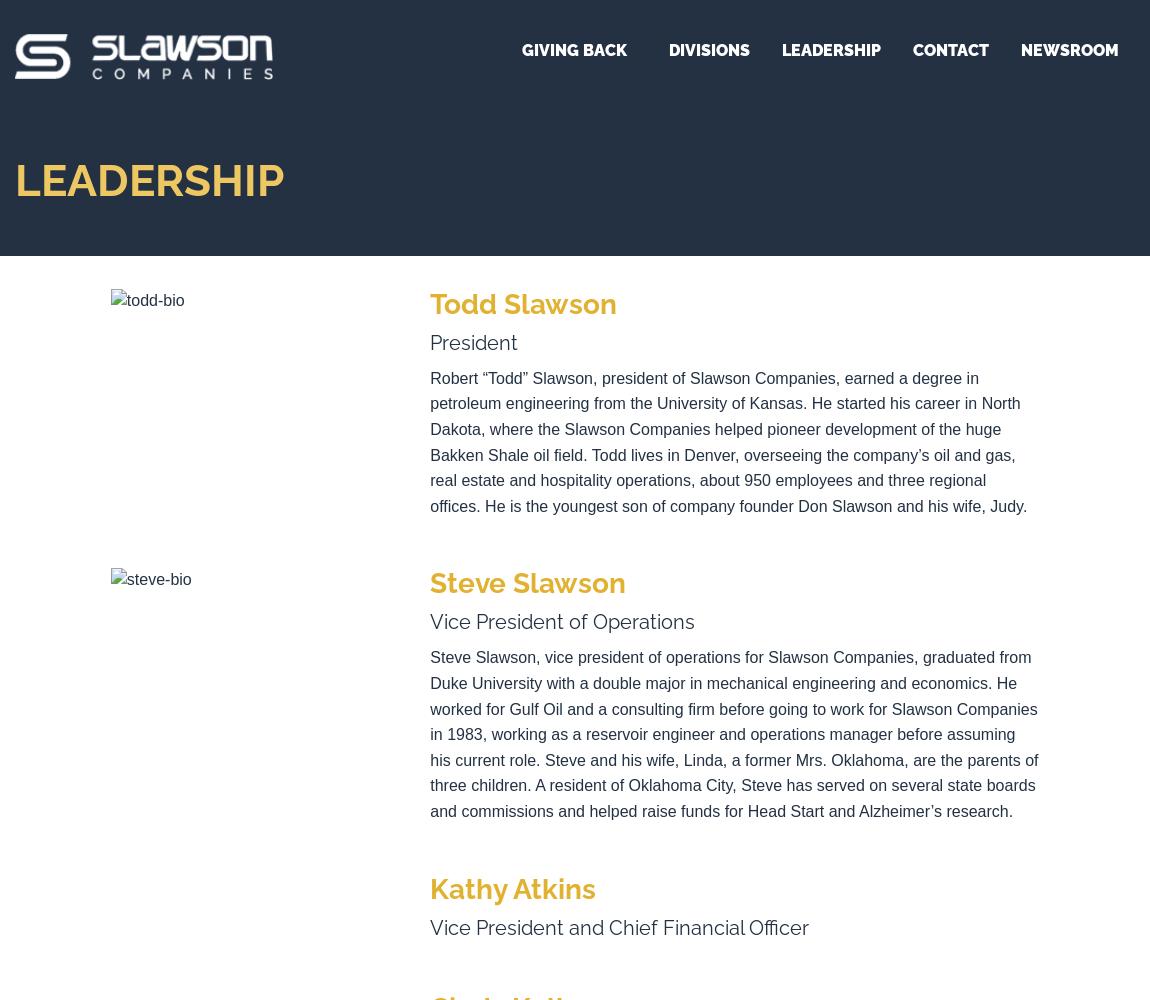 This screenshot has height=1000, width=1150. I want to click on 'Todd Slawson', so click(523, 303).